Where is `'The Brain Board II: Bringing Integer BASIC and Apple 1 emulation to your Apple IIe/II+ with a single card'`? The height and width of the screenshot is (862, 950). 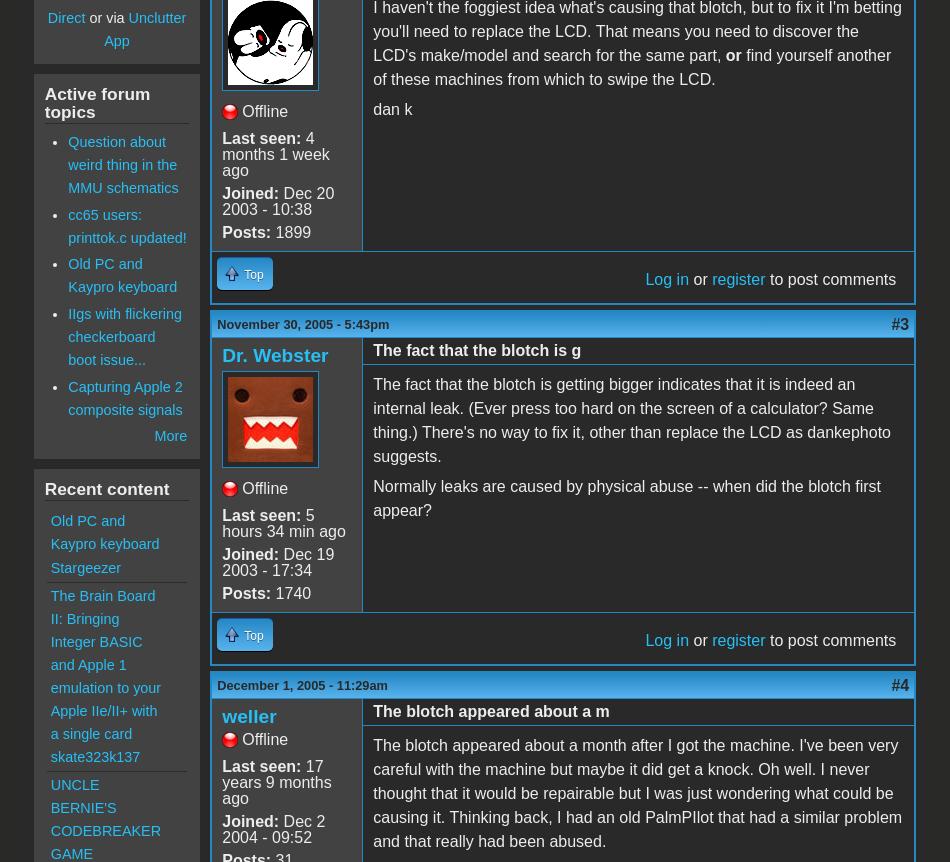 'The Brain Board II: Bringing Integer BASIC and Apple 1 emulation to your Apple IIe/II+ with a single card' is located at coordinates (49, 662).